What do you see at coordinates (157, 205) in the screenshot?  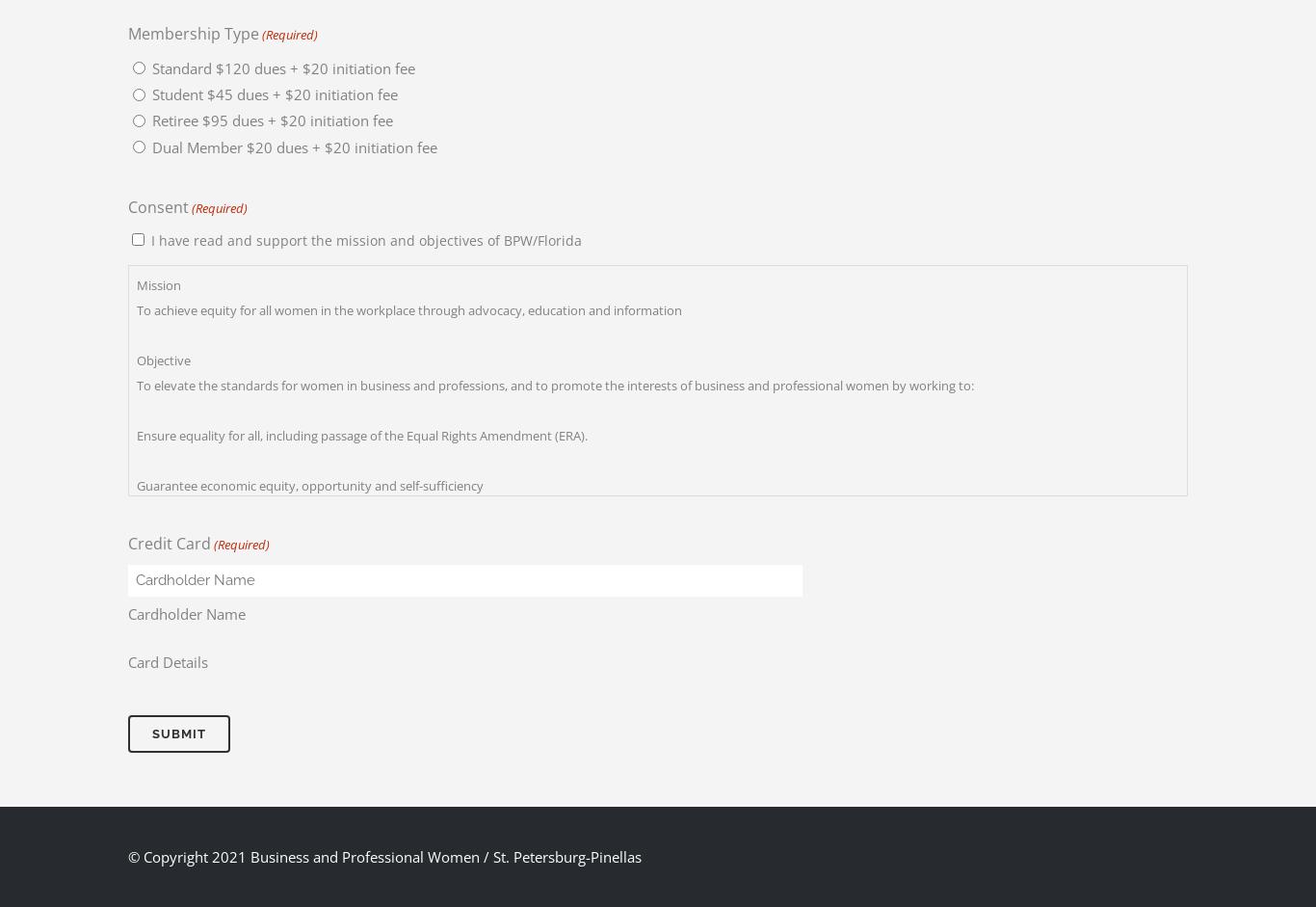 I see `'Consent'` at bounding box center [157, 205].